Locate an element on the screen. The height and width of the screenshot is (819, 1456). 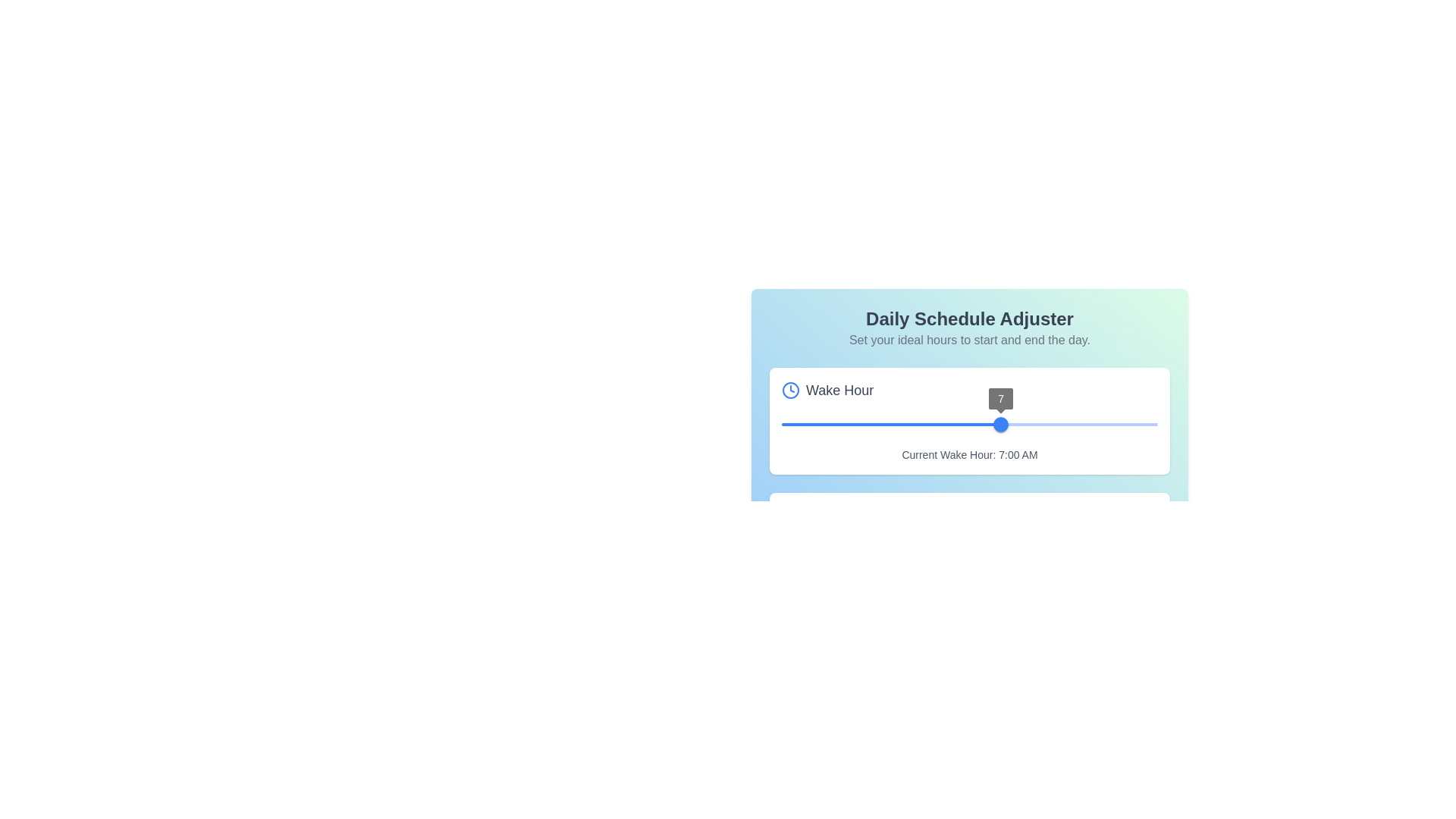
the wake hour is located at coordinates (907, 424).